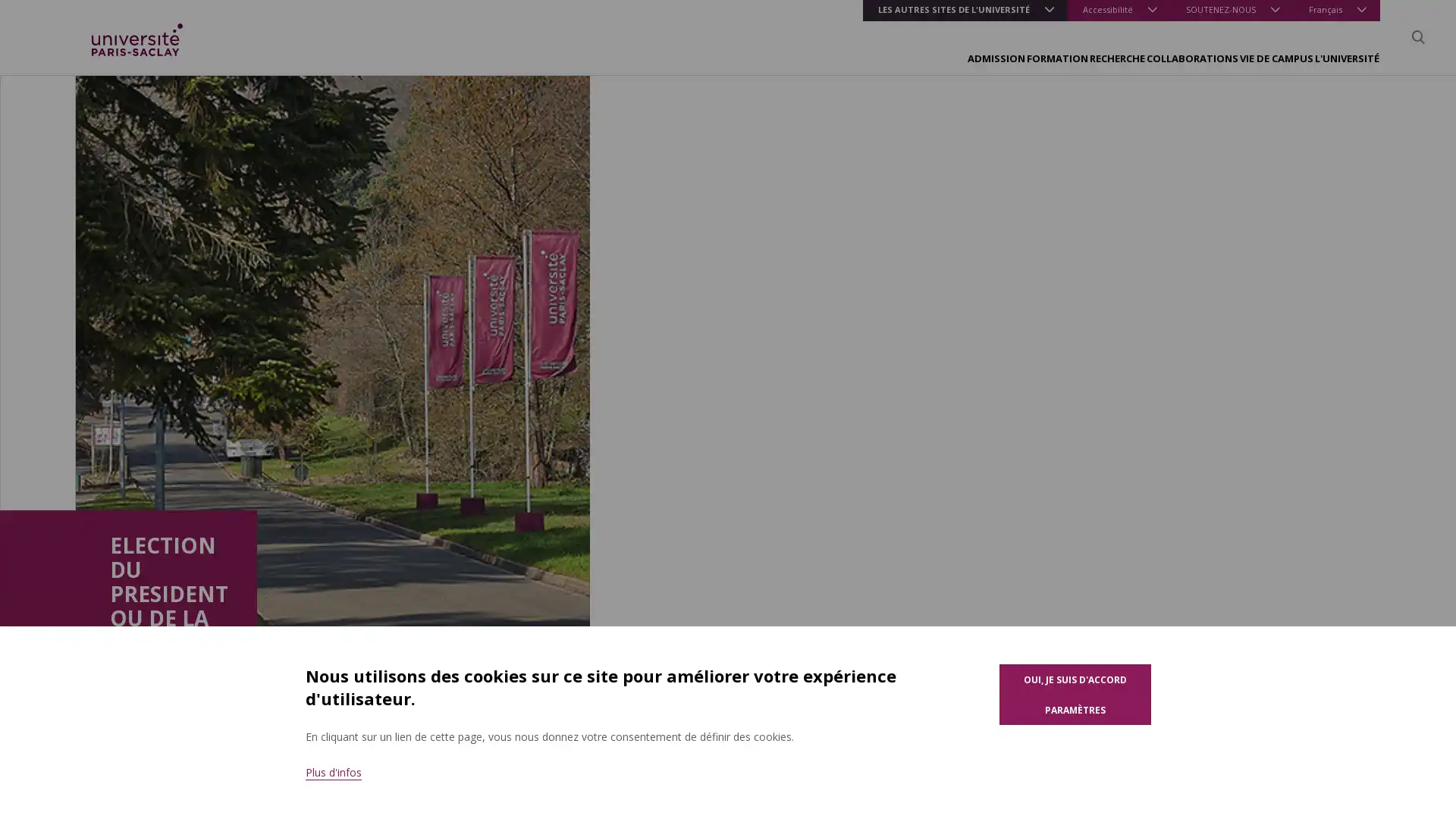 Image resolution: width=1456 pixels, height=819 pixels. Describe the element at coordinates (962, 52) in the screenshot. I see `RECHERCHE` at that location.